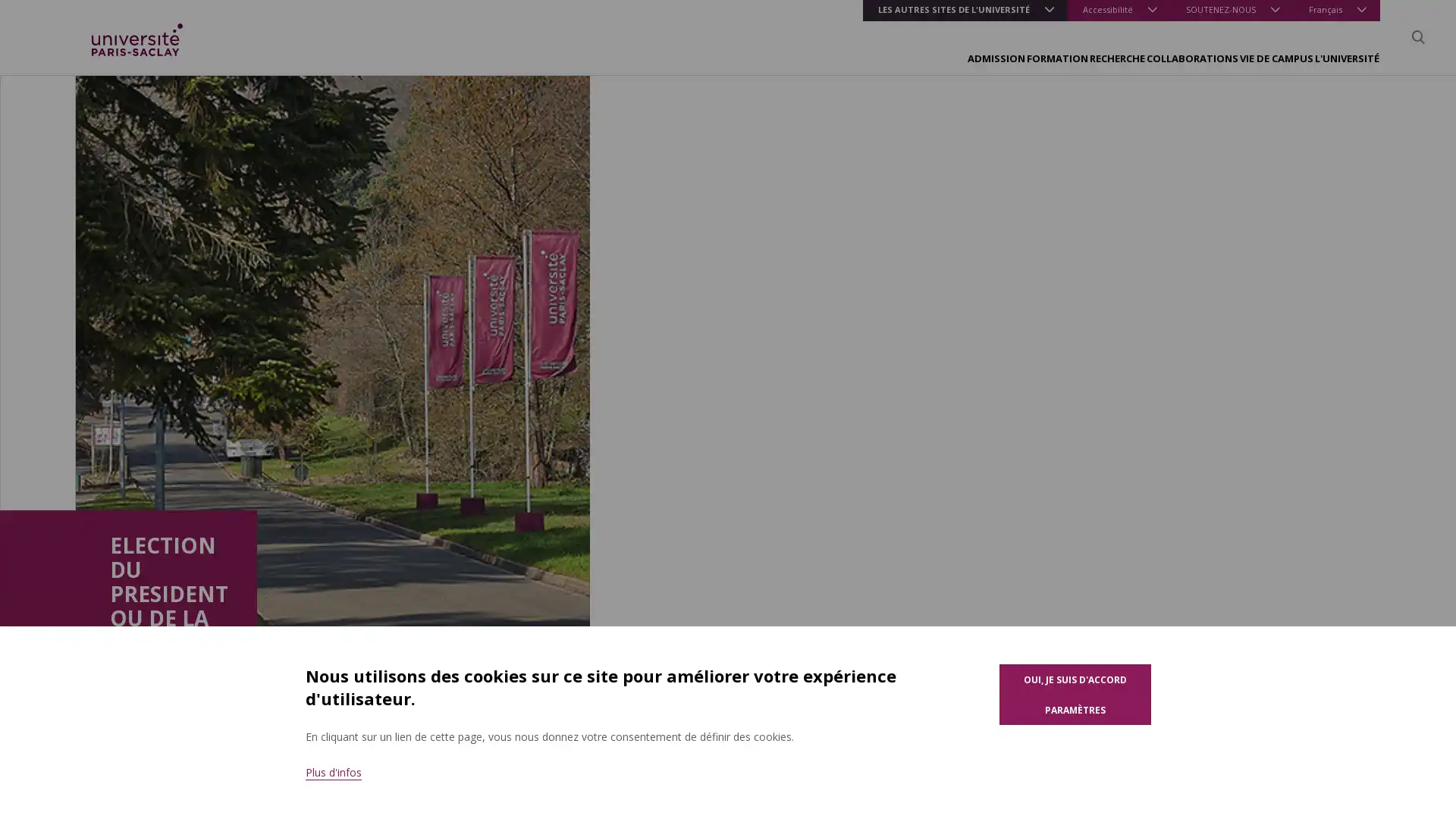 Image resolution: width=1456 pixels, height=819 pixels. Describe the element at coordinates (962, 52) in the screenshot. I see `RECHERCHE` at that location.